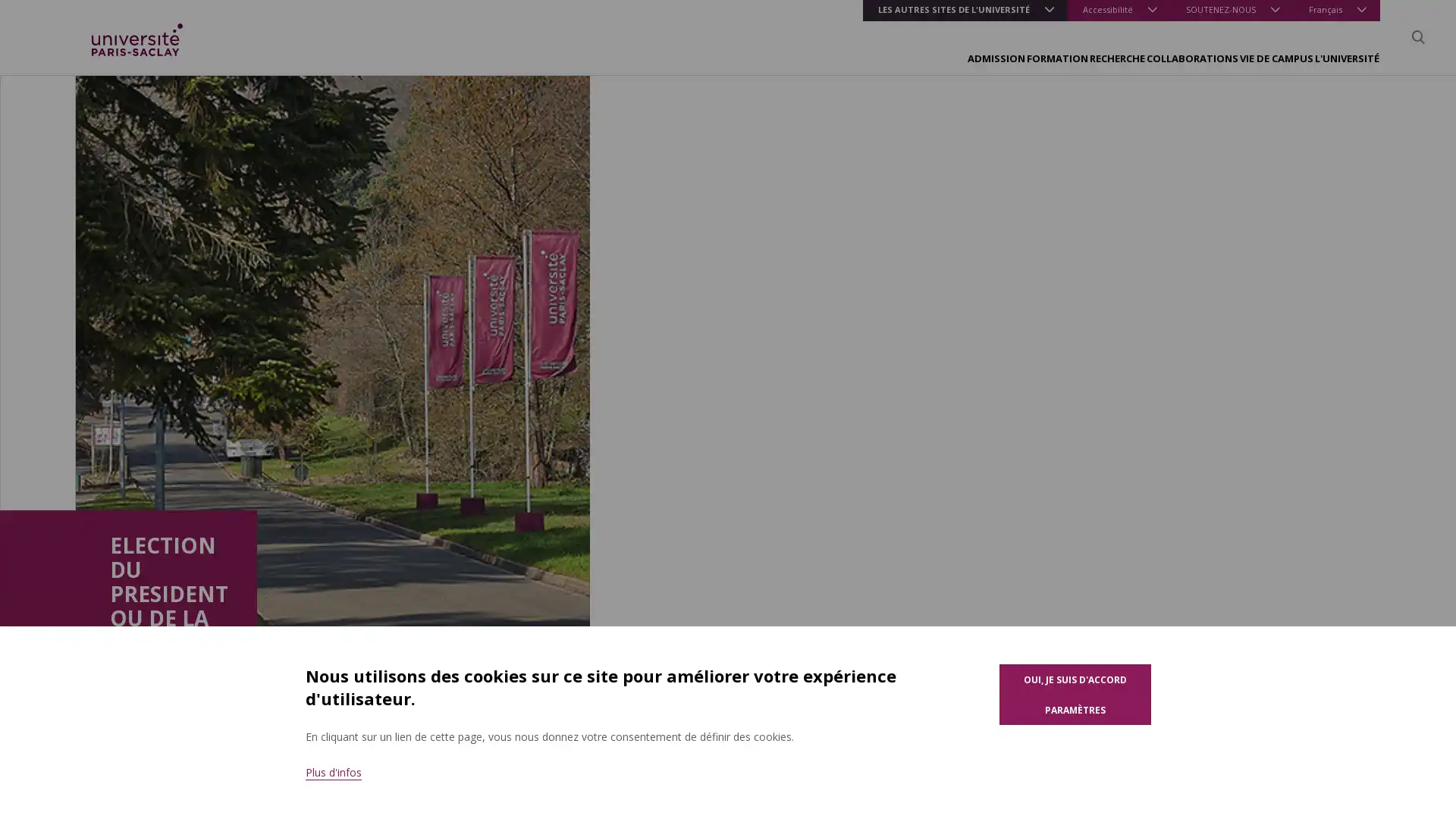 Image resolution: width=1456 pixels, height=819 pixels. Describe the element at coordinates (962, 52) in the screenshot. I see `RECHERCHE` at that location.